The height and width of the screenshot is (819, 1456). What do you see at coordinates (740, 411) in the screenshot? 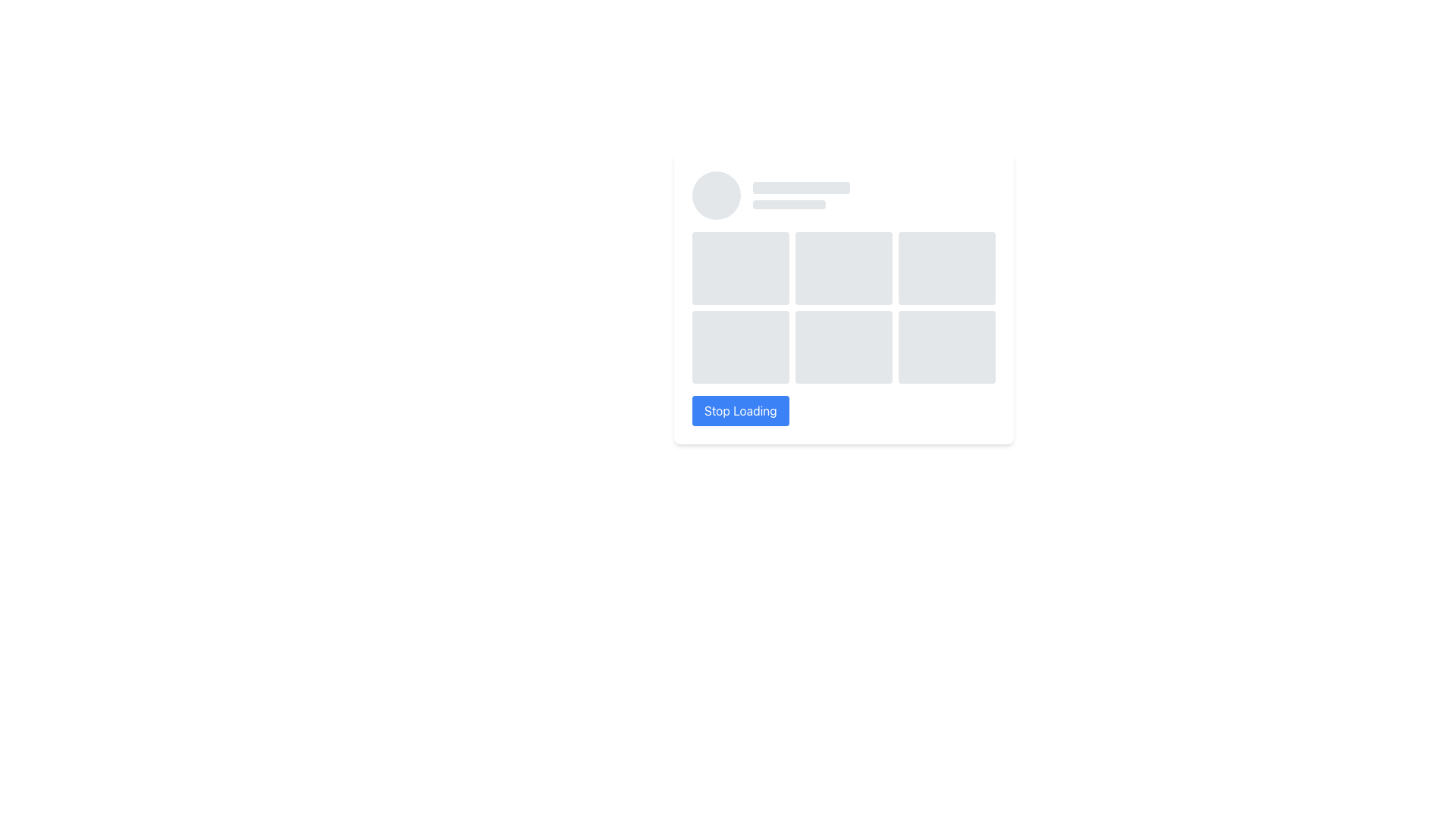
I see `the 'Stop Loading' button, which is a rectangular button with a blue background and white text, located in the lower section of the interface` at bounding box center [740, 411].